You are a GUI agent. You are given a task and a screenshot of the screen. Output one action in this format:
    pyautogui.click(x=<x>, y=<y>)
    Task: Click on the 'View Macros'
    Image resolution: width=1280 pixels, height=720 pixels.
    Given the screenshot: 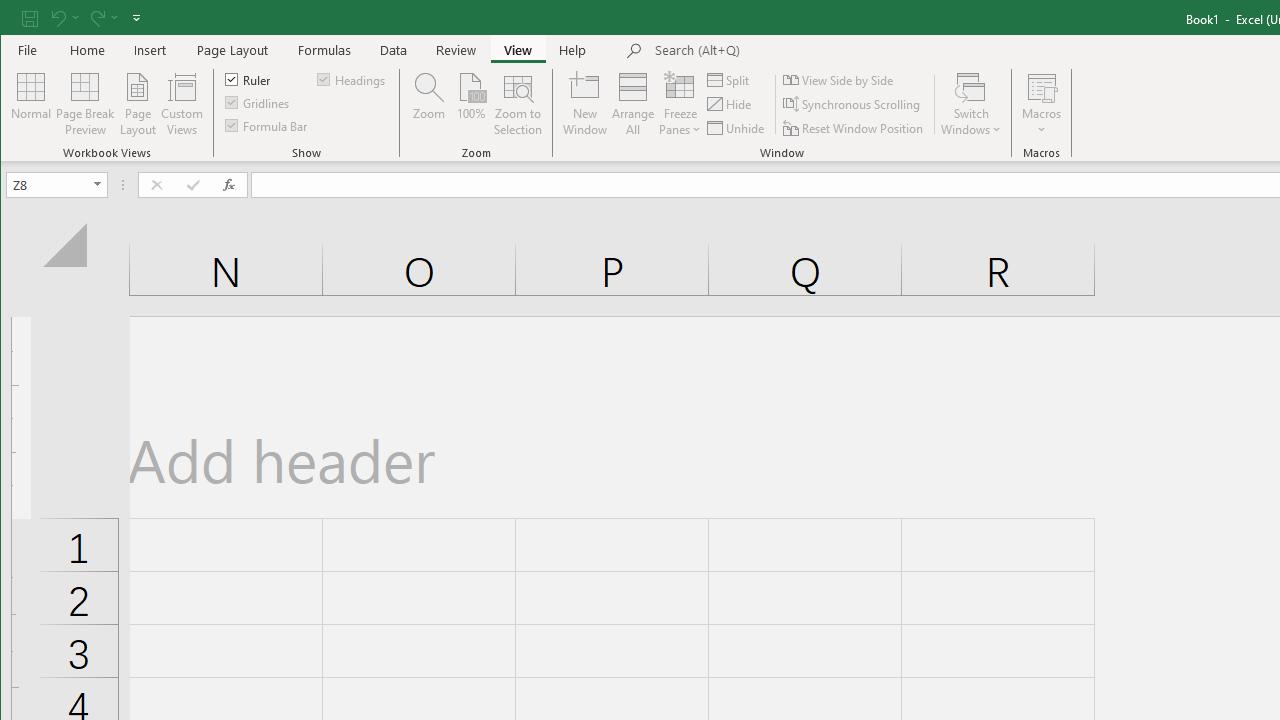 What is the action you would take?
    pyautogui.click(x=1040, y=85)
    